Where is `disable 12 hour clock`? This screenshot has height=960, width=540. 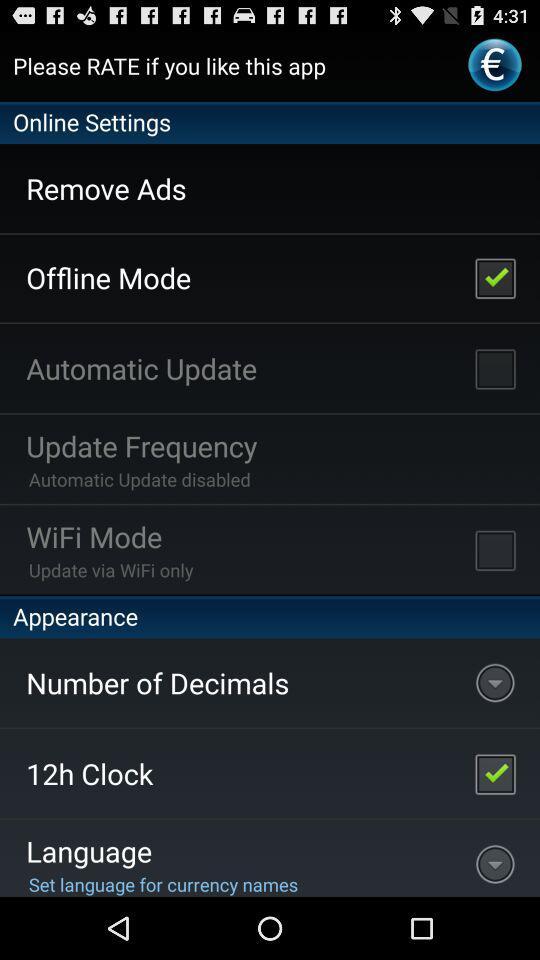 disable 12 hour clock is located at coordinates (494, 772).